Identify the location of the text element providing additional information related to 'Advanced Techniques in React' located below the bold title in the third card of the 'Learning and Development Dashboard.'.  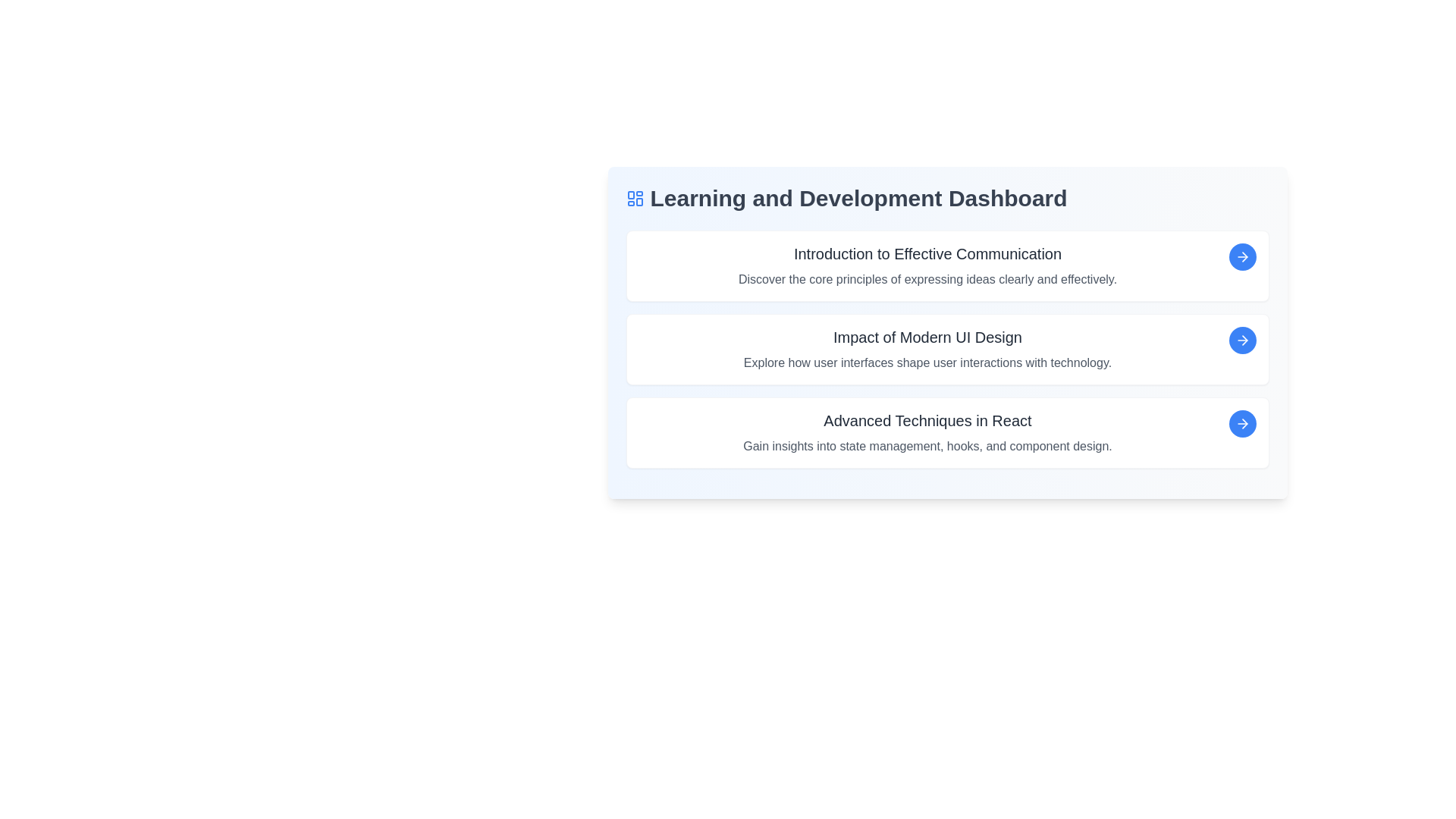
(927, 446).